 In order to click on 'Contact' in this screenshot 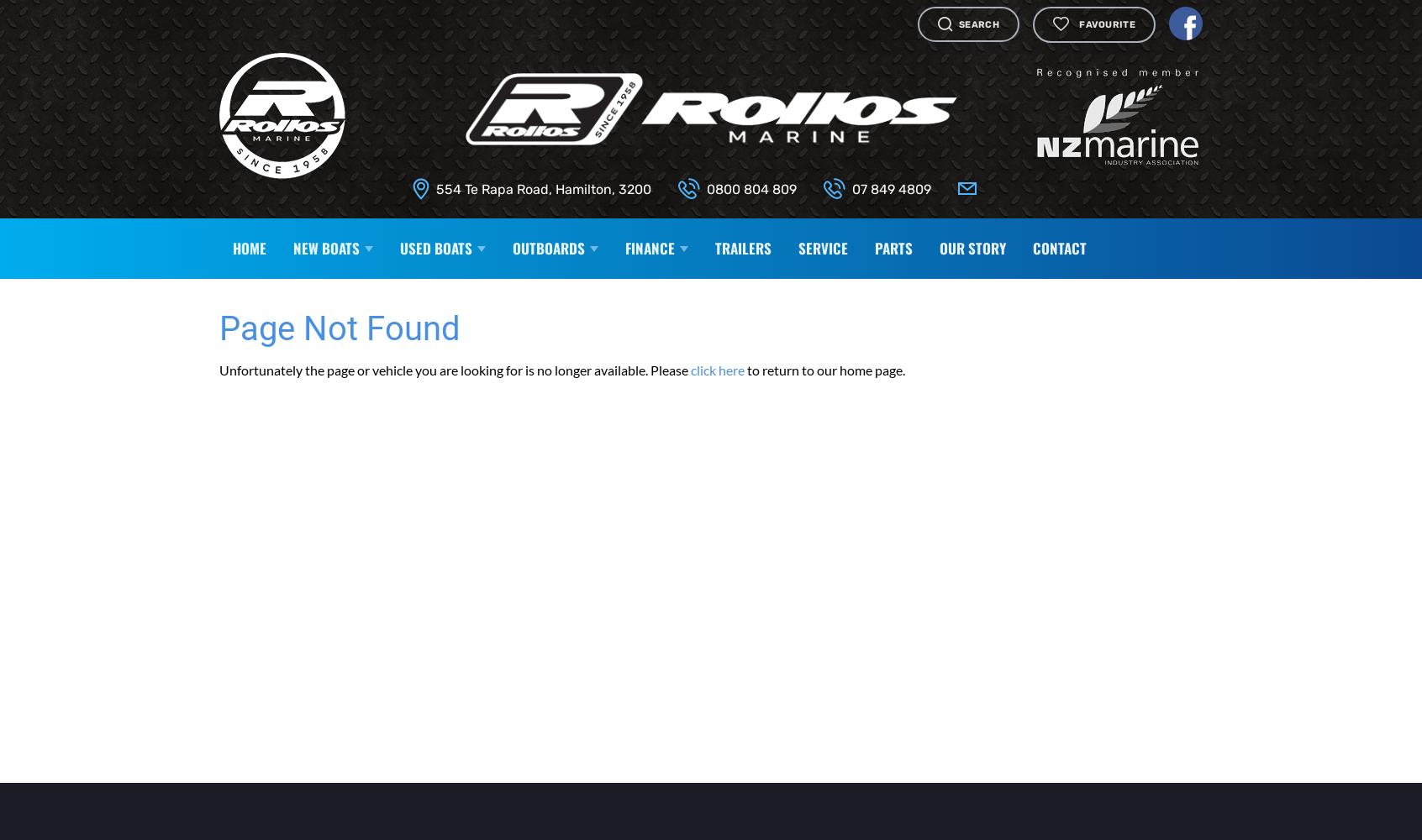, I will do `click(1060, 247)`.